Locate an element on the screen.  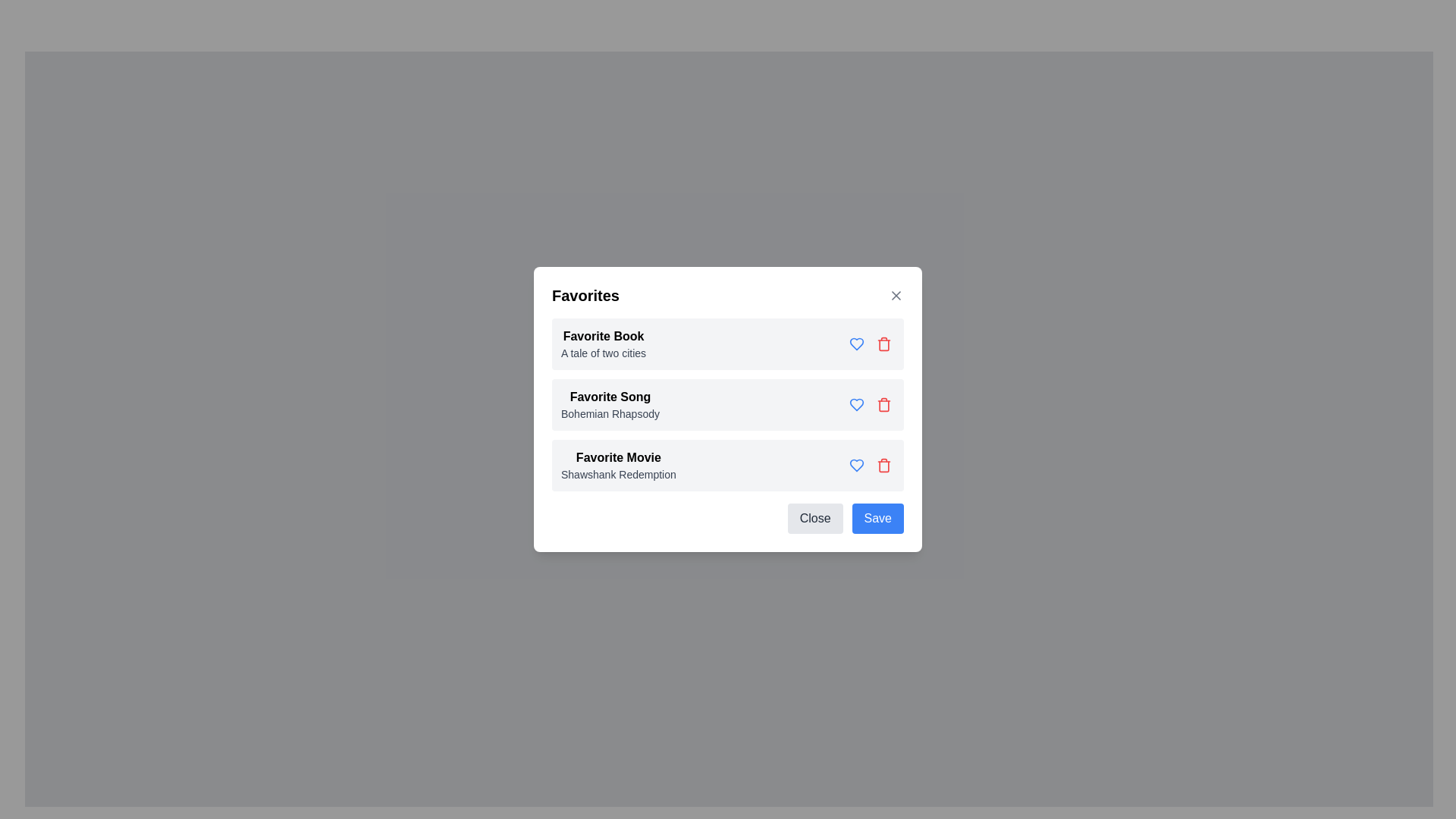
the trash can icon within the SVG graphic, which is part of the third favorite item row next to the text 'Favorite Movie: Shawshank Redemption' is located at coordinates (884, 465).